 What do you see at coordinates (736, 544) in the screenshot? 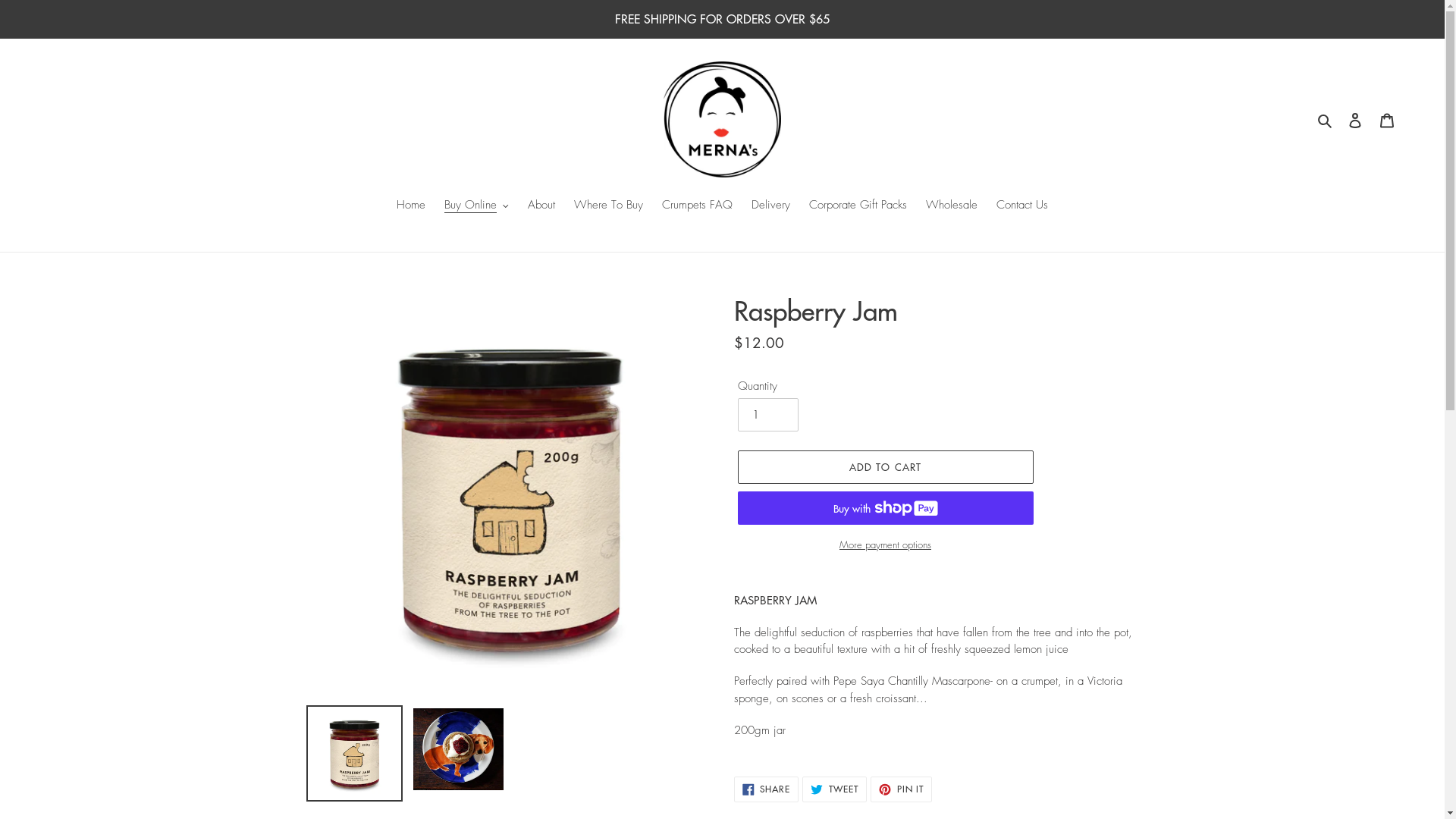
I see `'More payment options'` at bounding box center [736, 544].